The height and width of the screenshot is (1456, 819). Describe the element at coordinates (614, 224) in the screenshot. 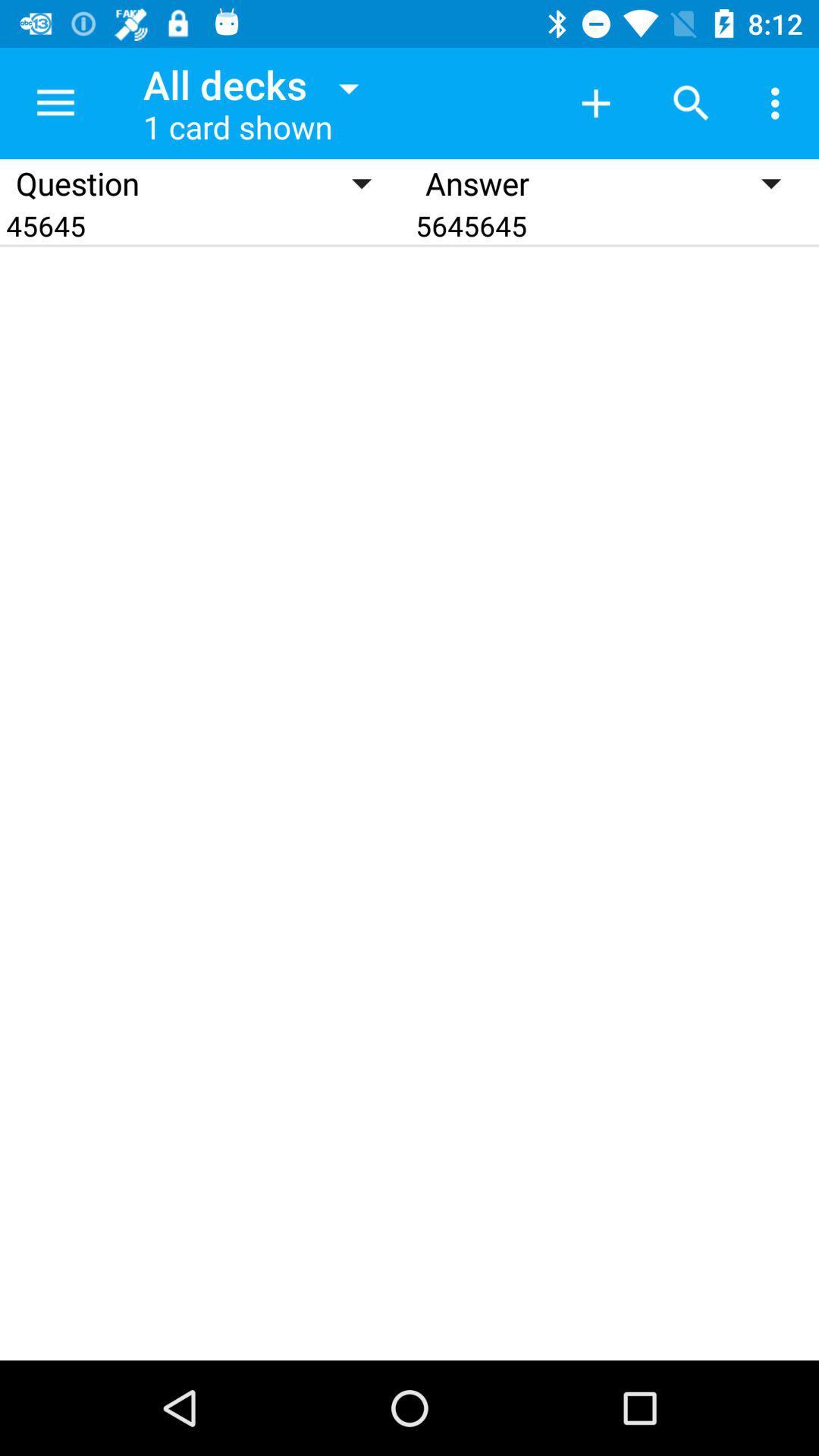

I see `the item to the right of the 45645 icon` at that location.